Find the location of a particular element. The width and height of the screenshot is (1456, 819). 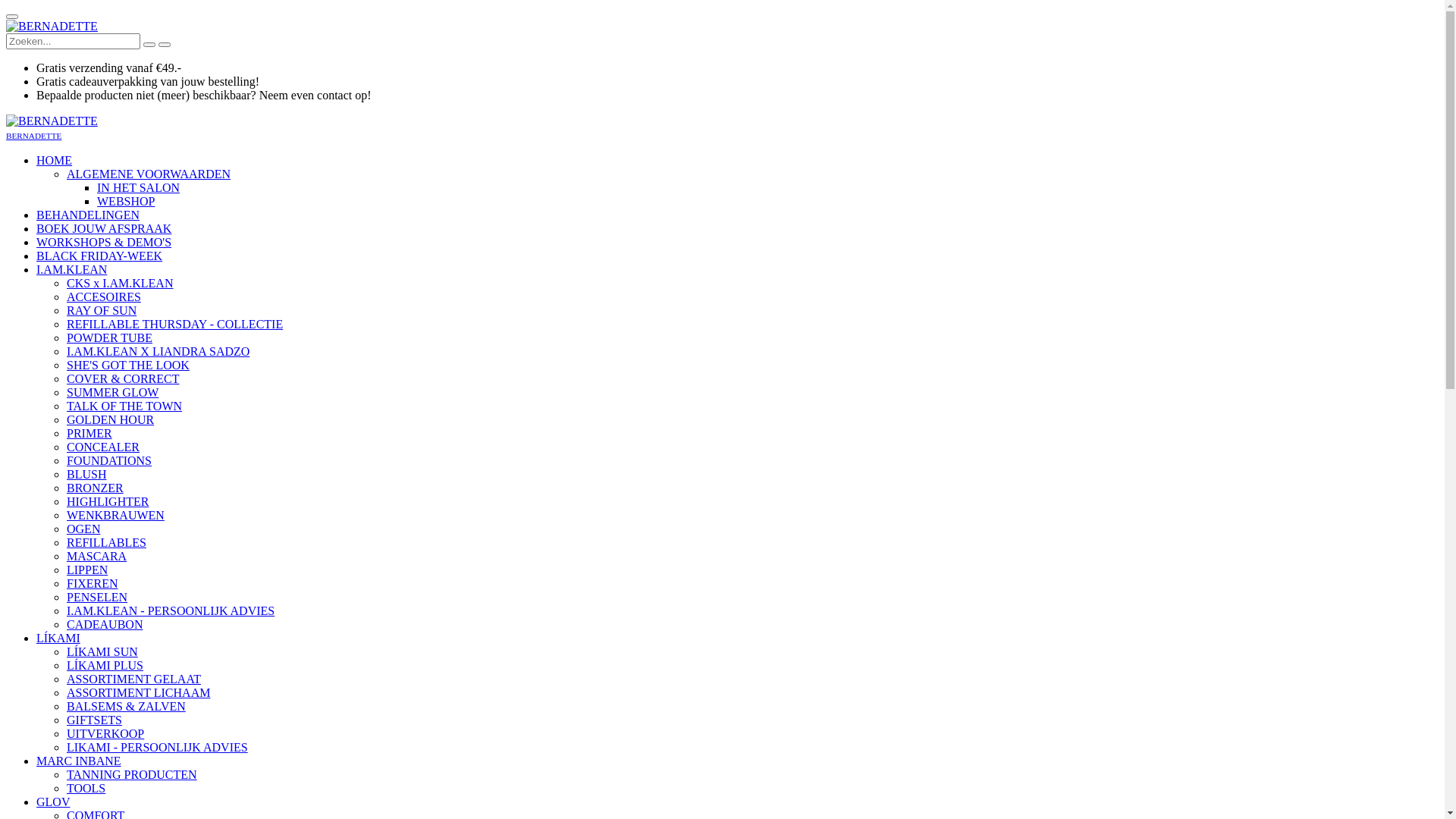

'OGEN' is located at coordinates (83, 528).